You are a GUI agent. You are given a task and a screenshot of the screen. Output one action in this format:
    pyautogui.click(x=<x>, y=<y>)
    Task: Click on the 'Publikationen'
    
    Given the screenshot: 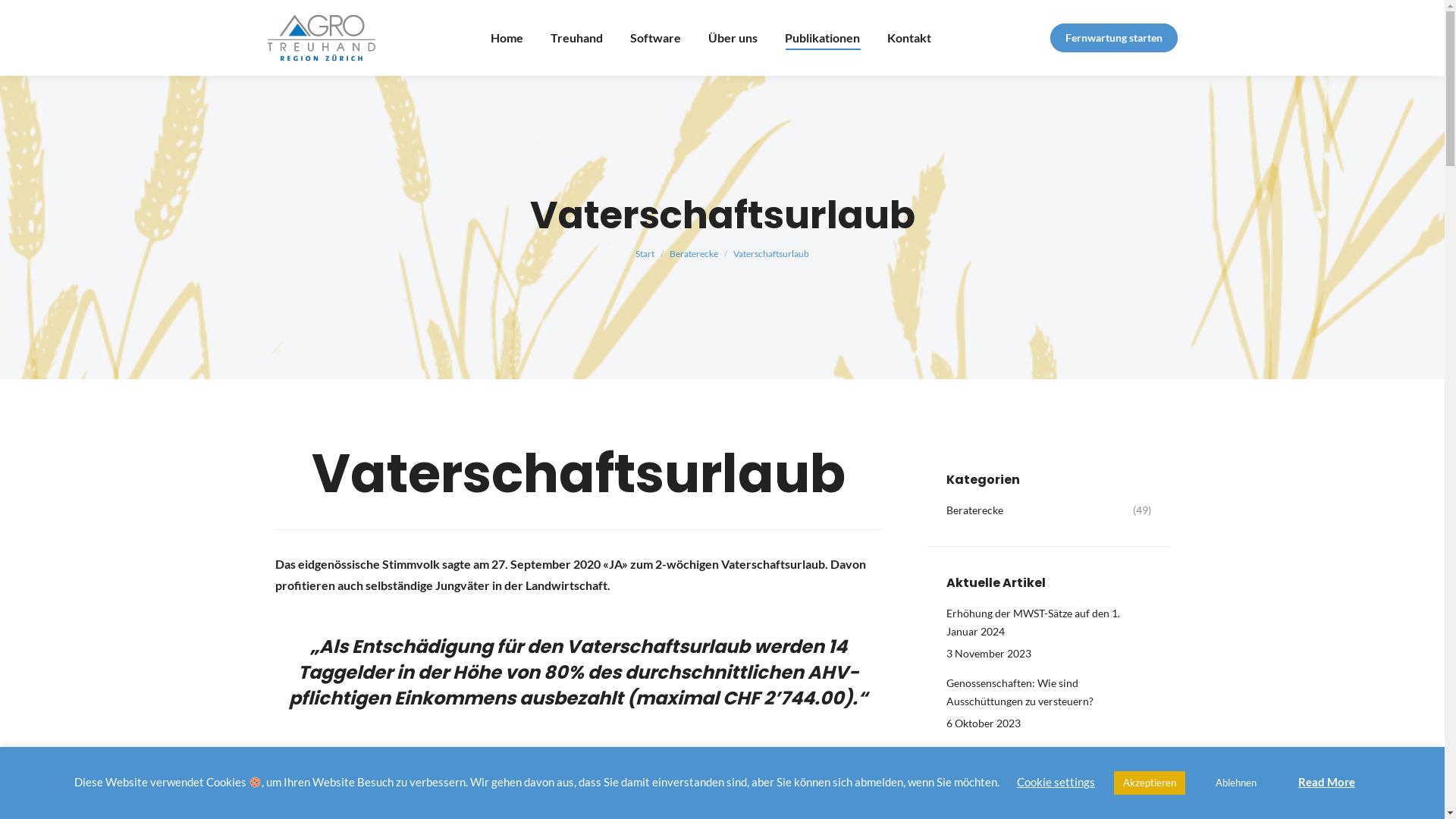 What is the action you would take?
    pyautogui.click(x=821, y=37)
    